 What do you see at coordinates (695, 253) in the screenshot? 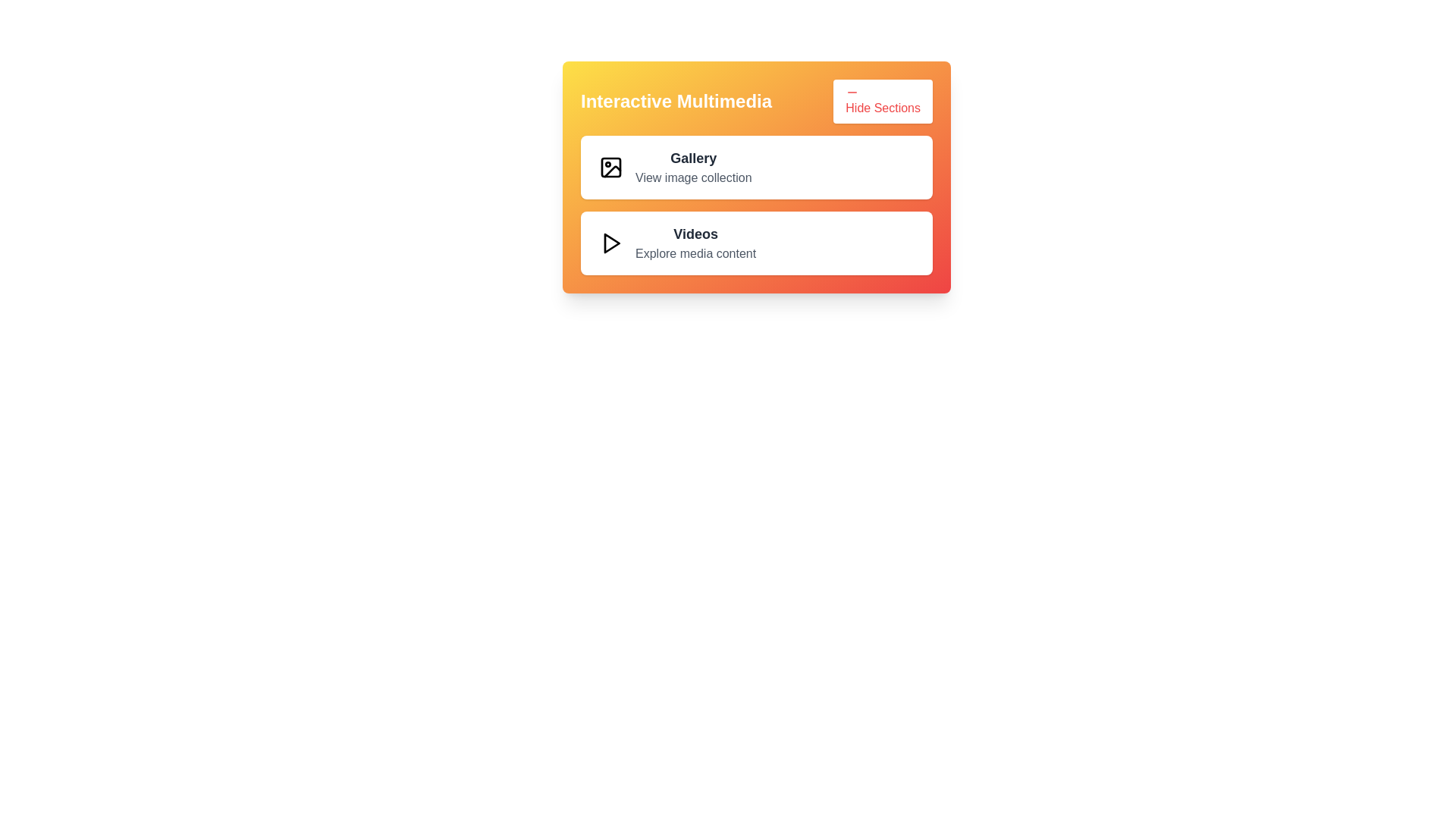
I see `text label displaying 'Explore media content' positioned underneath the bold title 'Videos' in the middle-right section of the interface` at bounding box center [695, 253].